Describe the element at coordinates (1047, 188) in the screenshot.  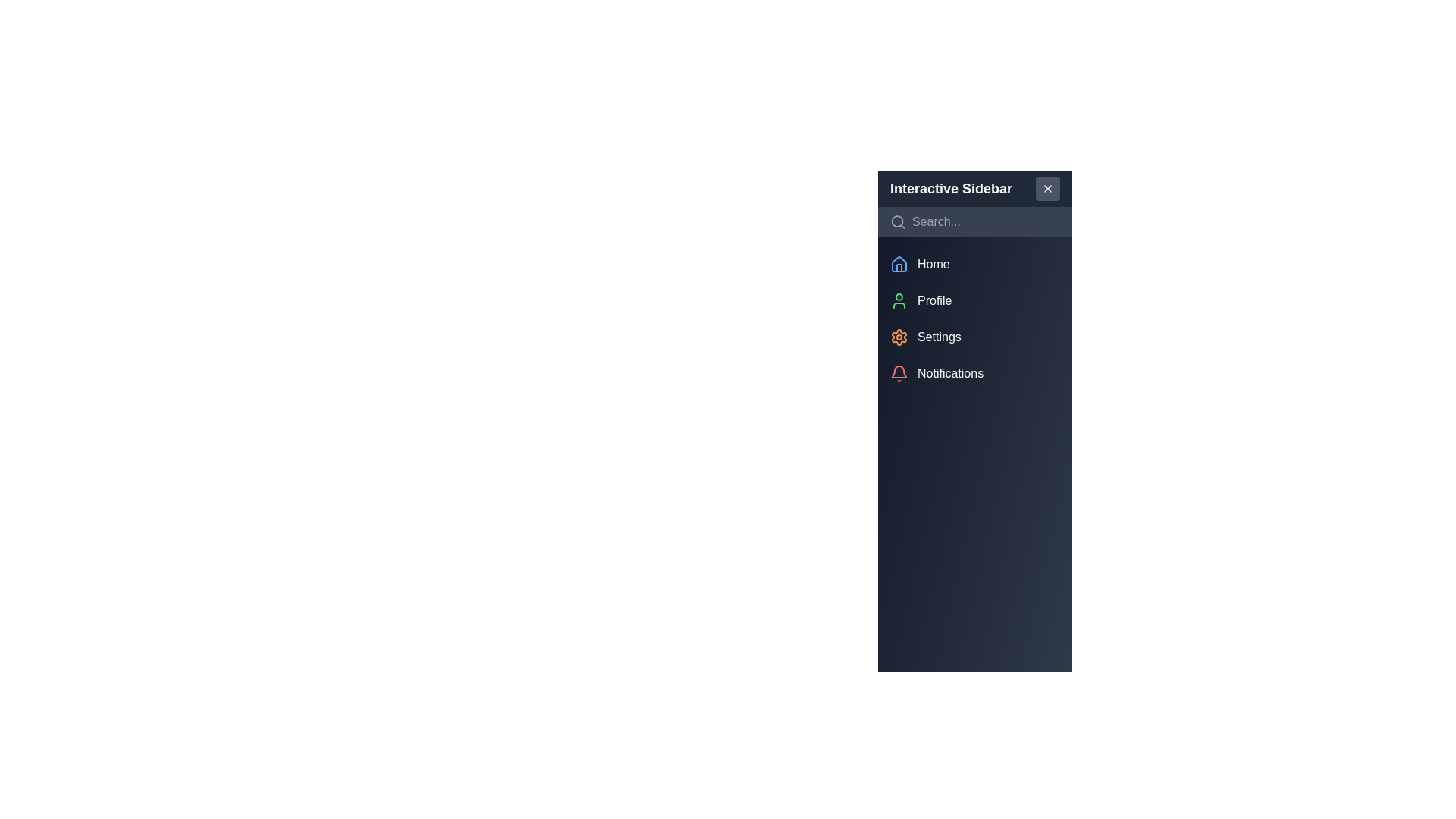
I see `the close button icon located in the top-right corner of the sidebar's header` at that location.